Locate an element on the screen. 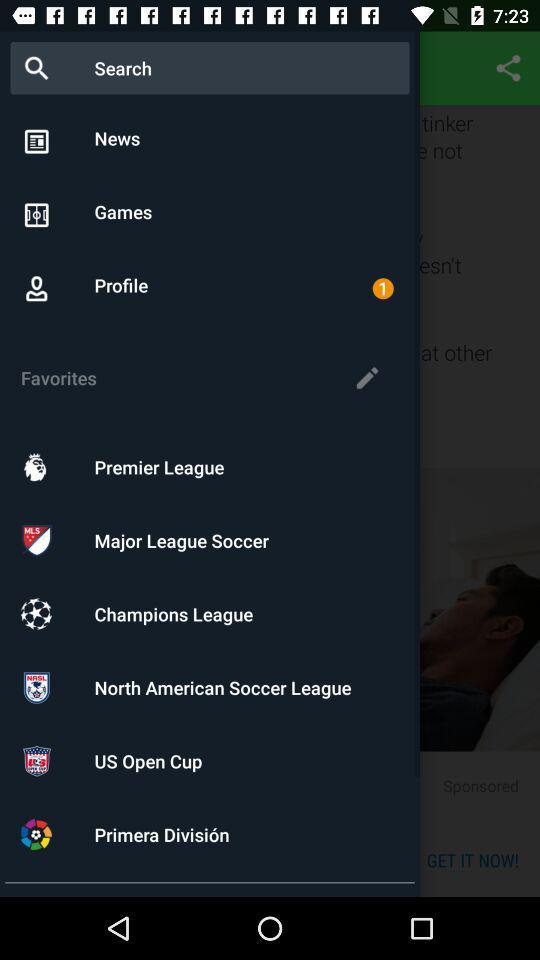 The width and height of the screenshot is (540, 960). the icon shown in the last option positioned at the bottom of the page is located at coordinates (36, 835).